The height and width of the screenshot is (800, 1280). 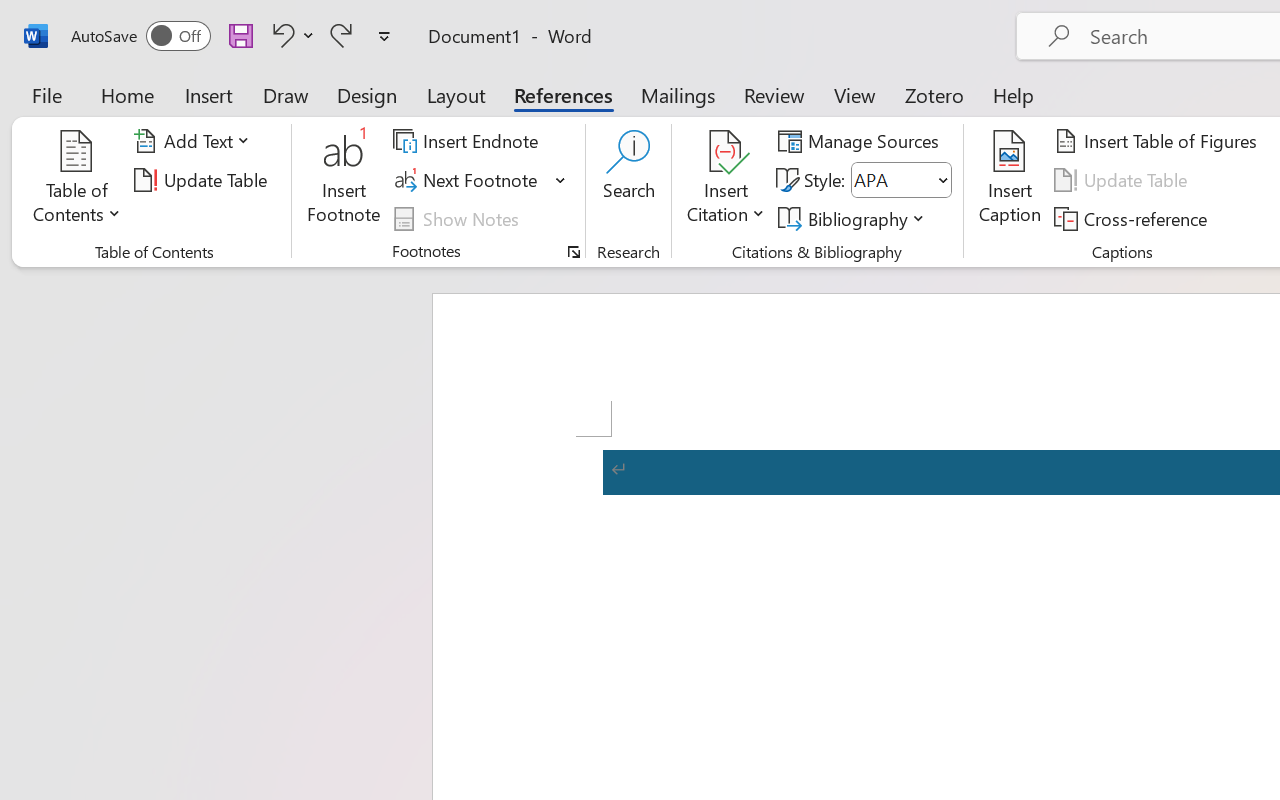 I want to click on 'Undo Apply Quick Style Set', so click(x=289, y=34).